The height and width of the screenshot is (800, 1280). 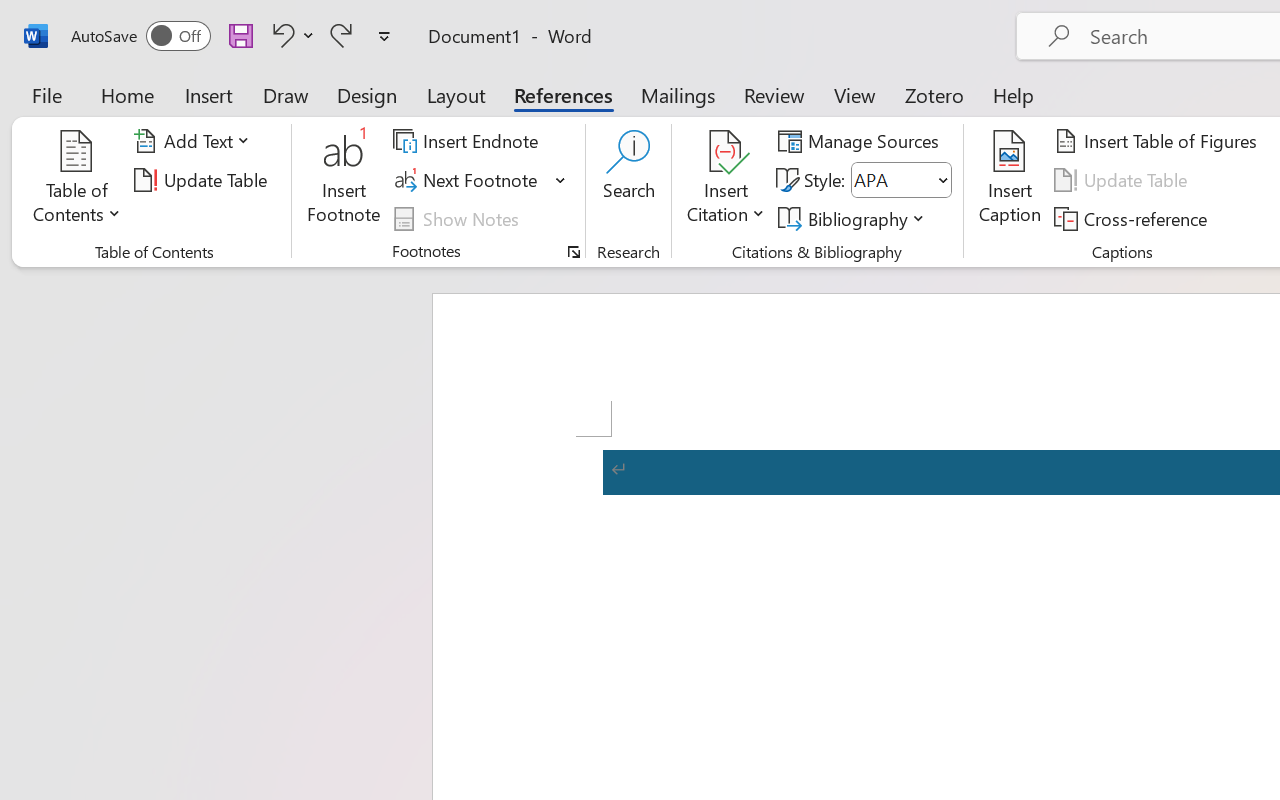 I want to click on 'Undo Apply Quick Style Set', so click(x=289, y=34).